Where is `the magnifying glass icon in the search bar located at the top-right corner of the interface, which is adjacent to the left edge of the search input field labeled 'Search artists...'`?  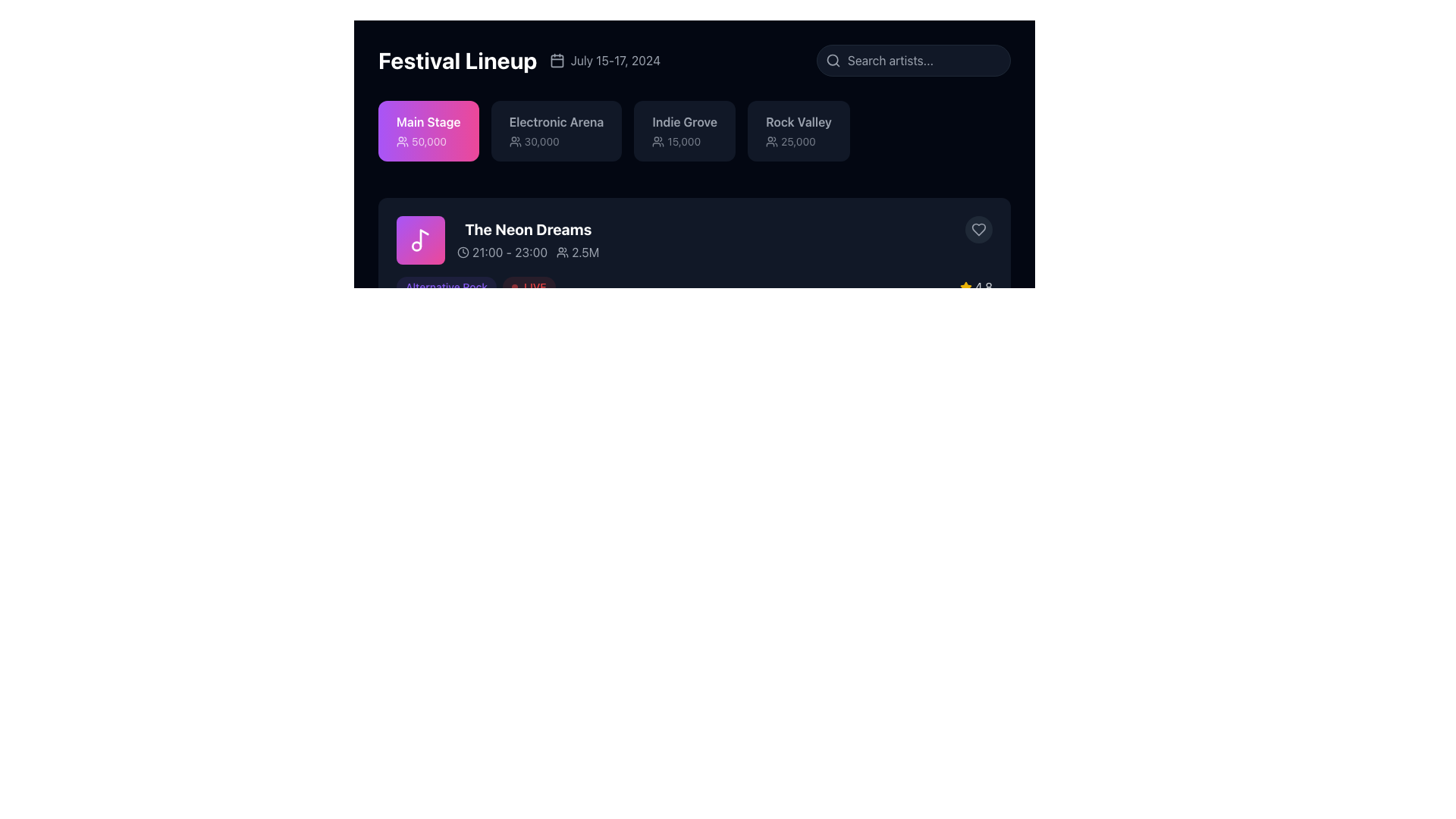
the magnifying glass icon in the search bar located at the top-right corner of the interface, which is adjacent to the left edge of the search input field labeled 'Search artists...' is located at coordinates (833, 60).